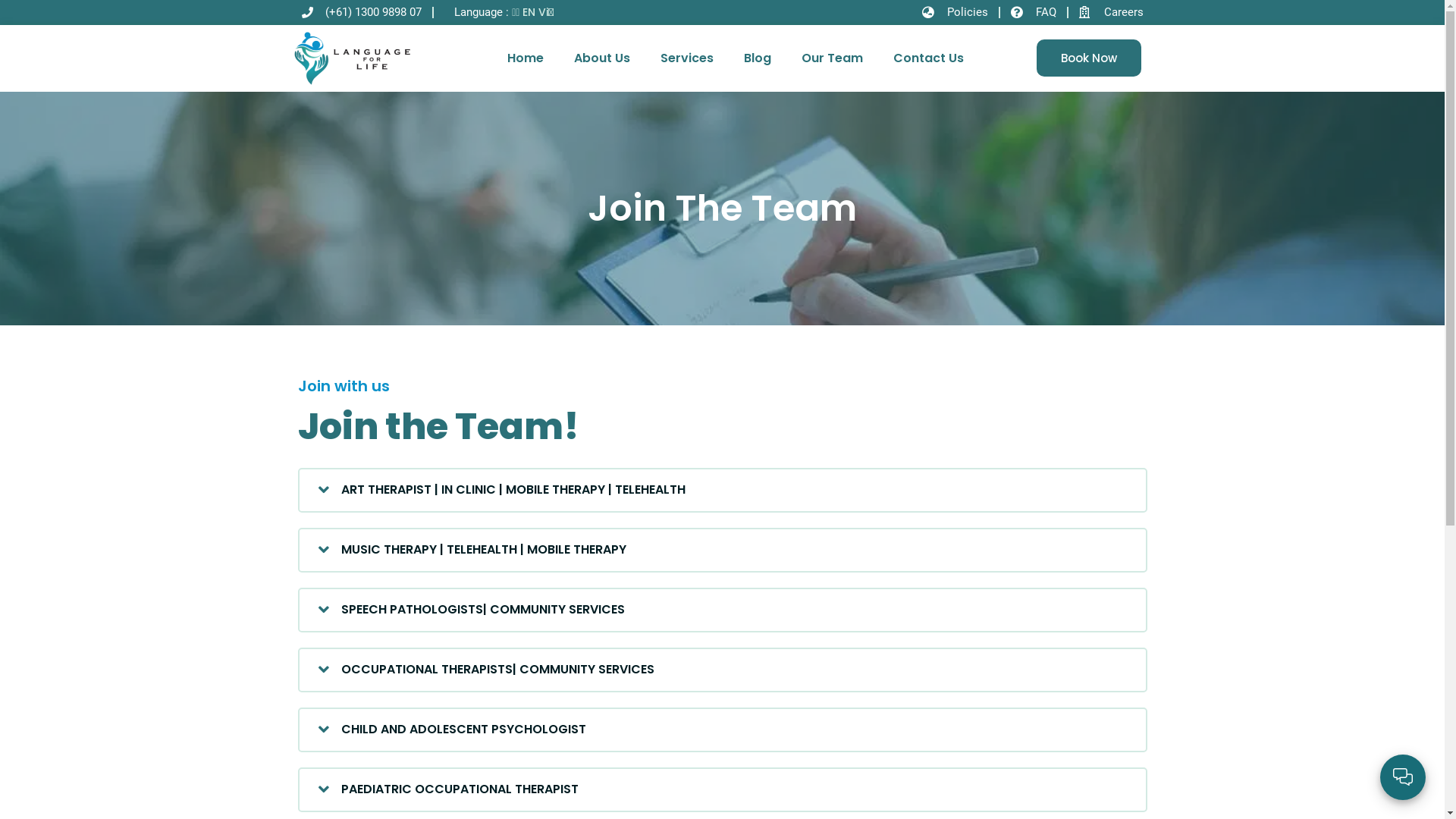 This screenshot has height=819, width=1456. What do you see at coordinates (686, 58) in the screenshot?
I see `'Services'` at bounding box center [686, 58].